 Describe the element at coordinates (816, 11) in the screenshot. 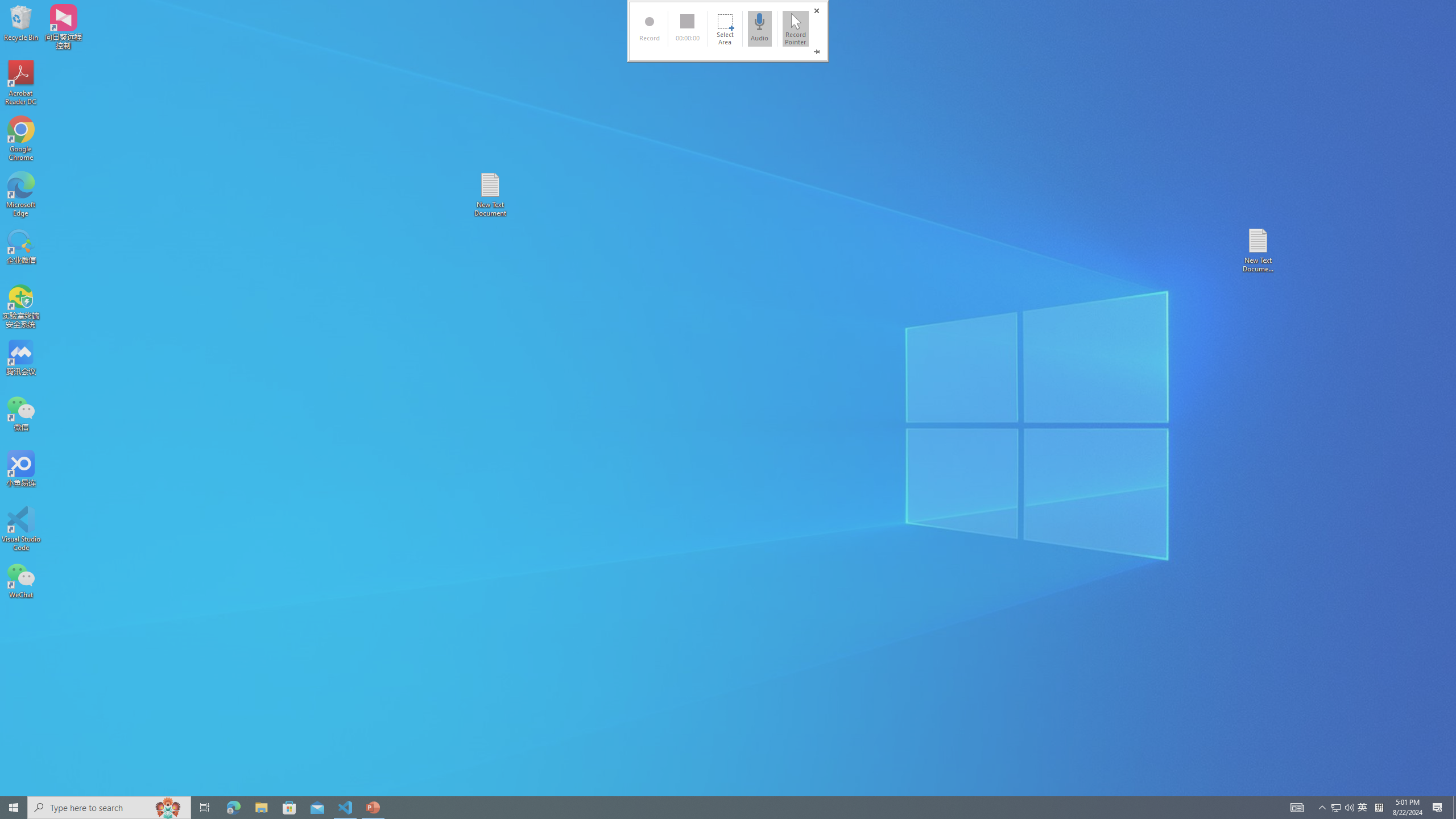

I see `'Close (Windows logo key+Shift+Q)'` at that location.